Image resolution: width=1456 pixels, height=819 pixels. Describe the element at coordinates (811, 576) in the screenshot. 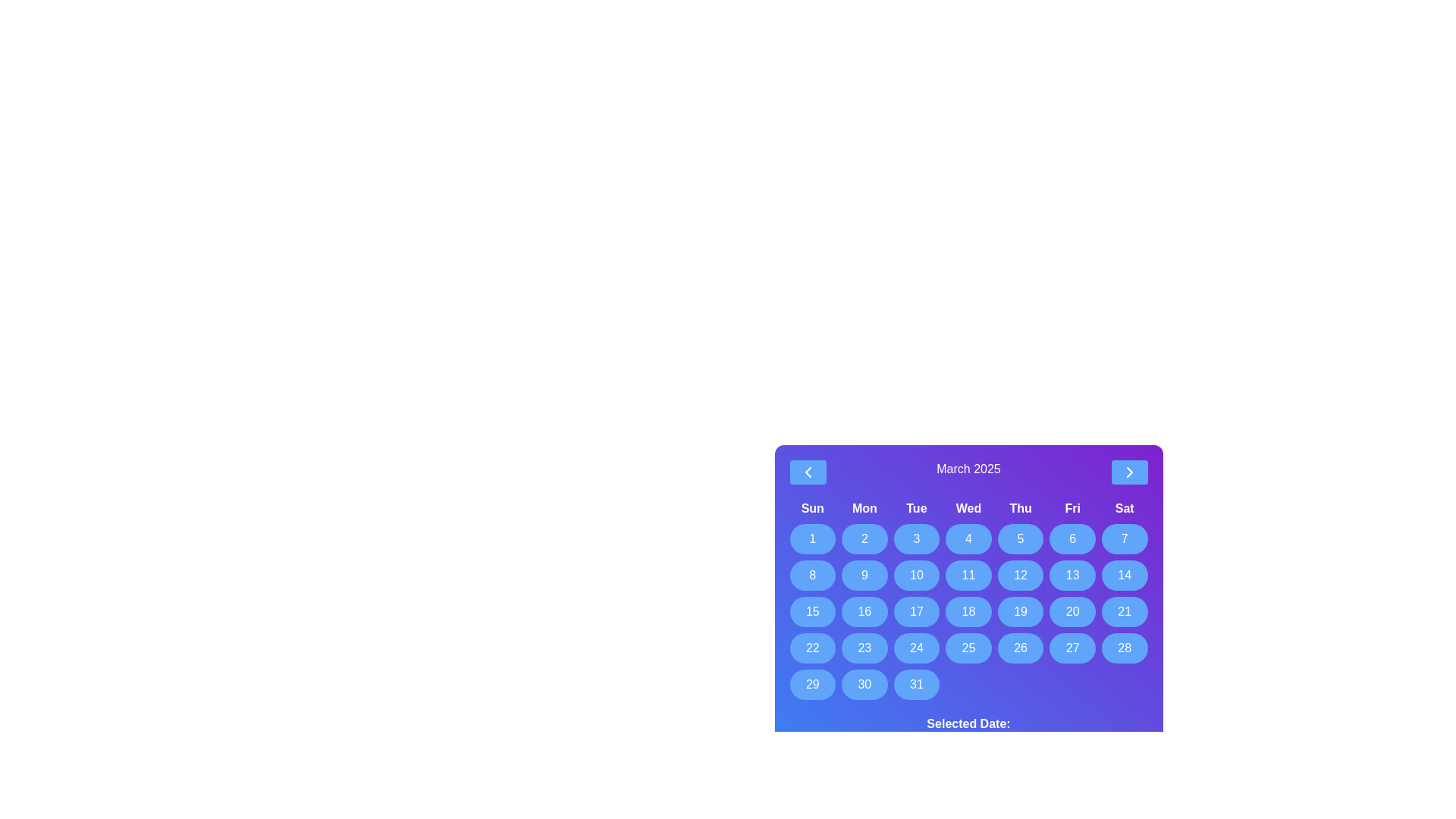

I see `the button representing a specific day of the month in the calendar grid located in the second row and first column, directly below the 'Sun' header label` at that location.